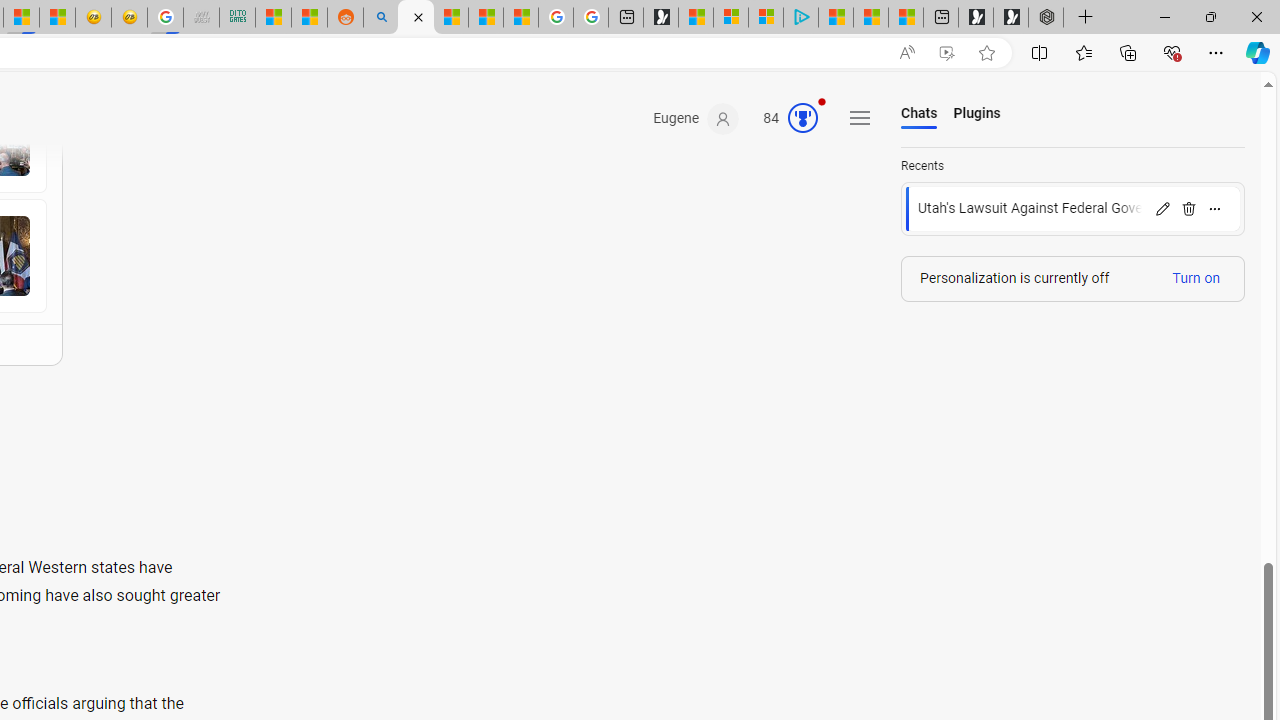 The image size is (1280, 720). I want to click on 'Eugene', so click(696, 119).